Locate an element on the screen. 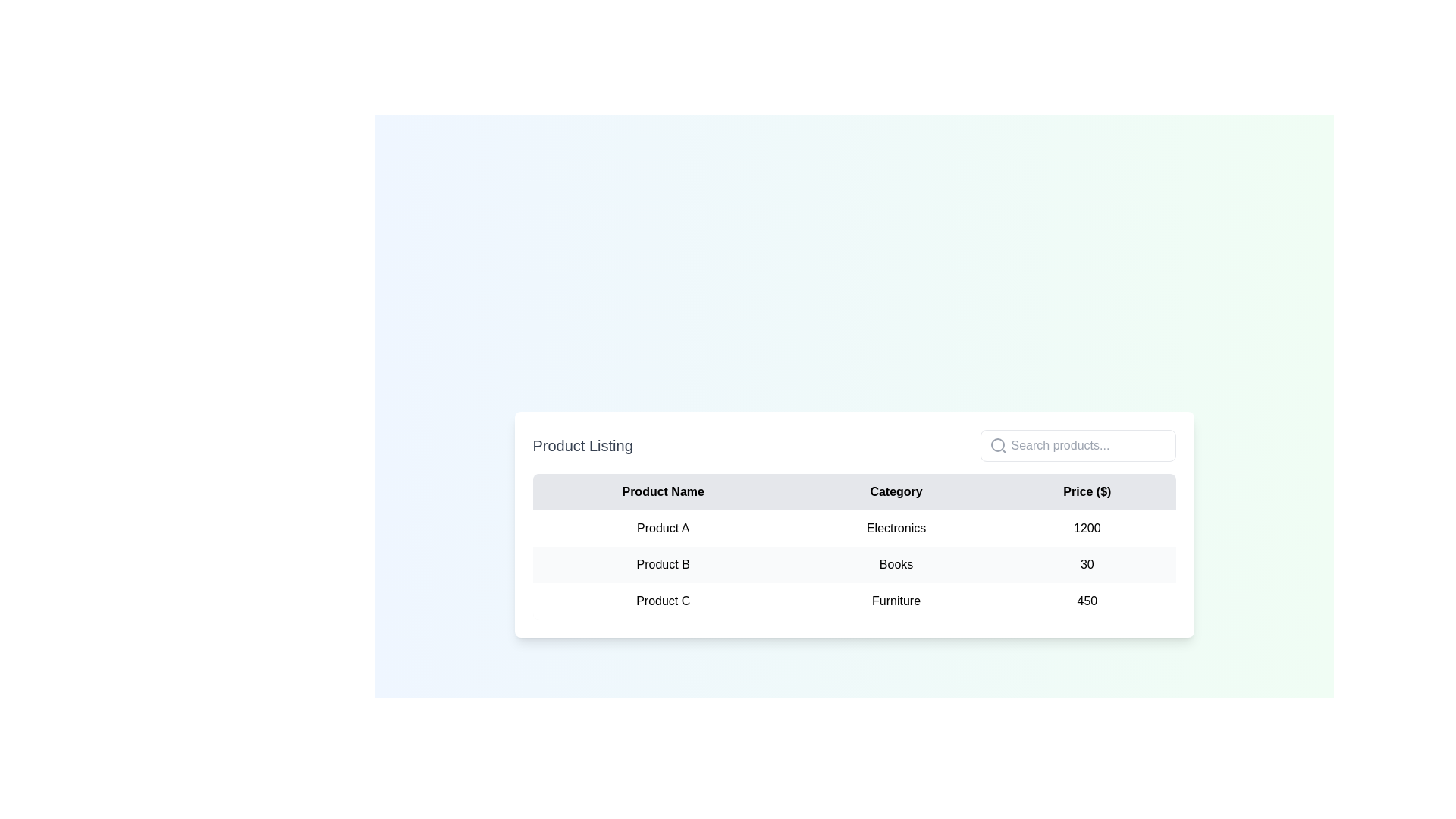  text label displaying 'Books' in the 'Category' column under 'Product B' is located at coordinates (896, 564).